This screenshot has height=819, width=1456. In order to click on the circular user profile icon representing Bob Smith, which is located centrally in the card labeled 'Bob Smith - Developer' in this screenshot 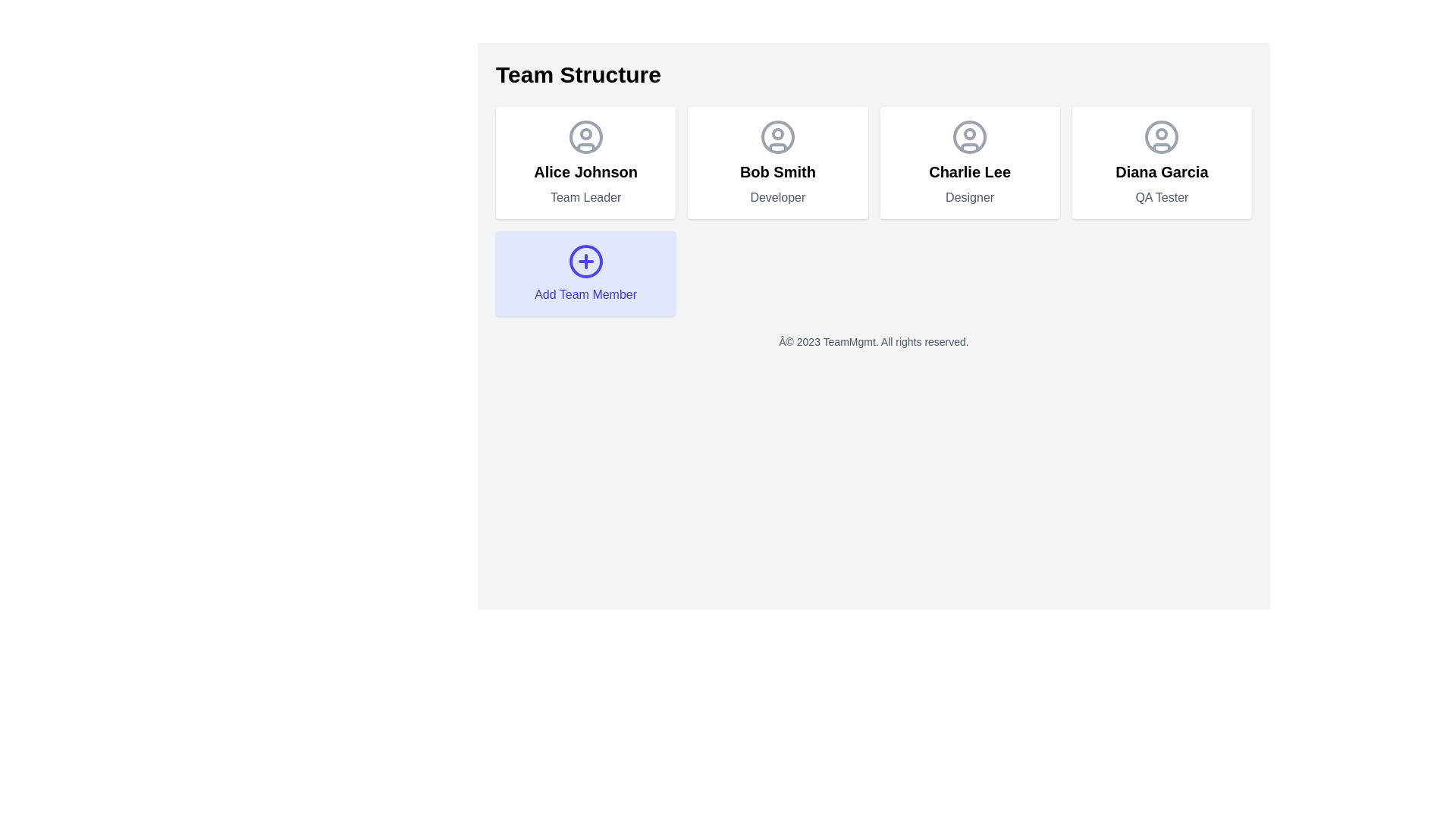, I will do `click(777, 137)`.